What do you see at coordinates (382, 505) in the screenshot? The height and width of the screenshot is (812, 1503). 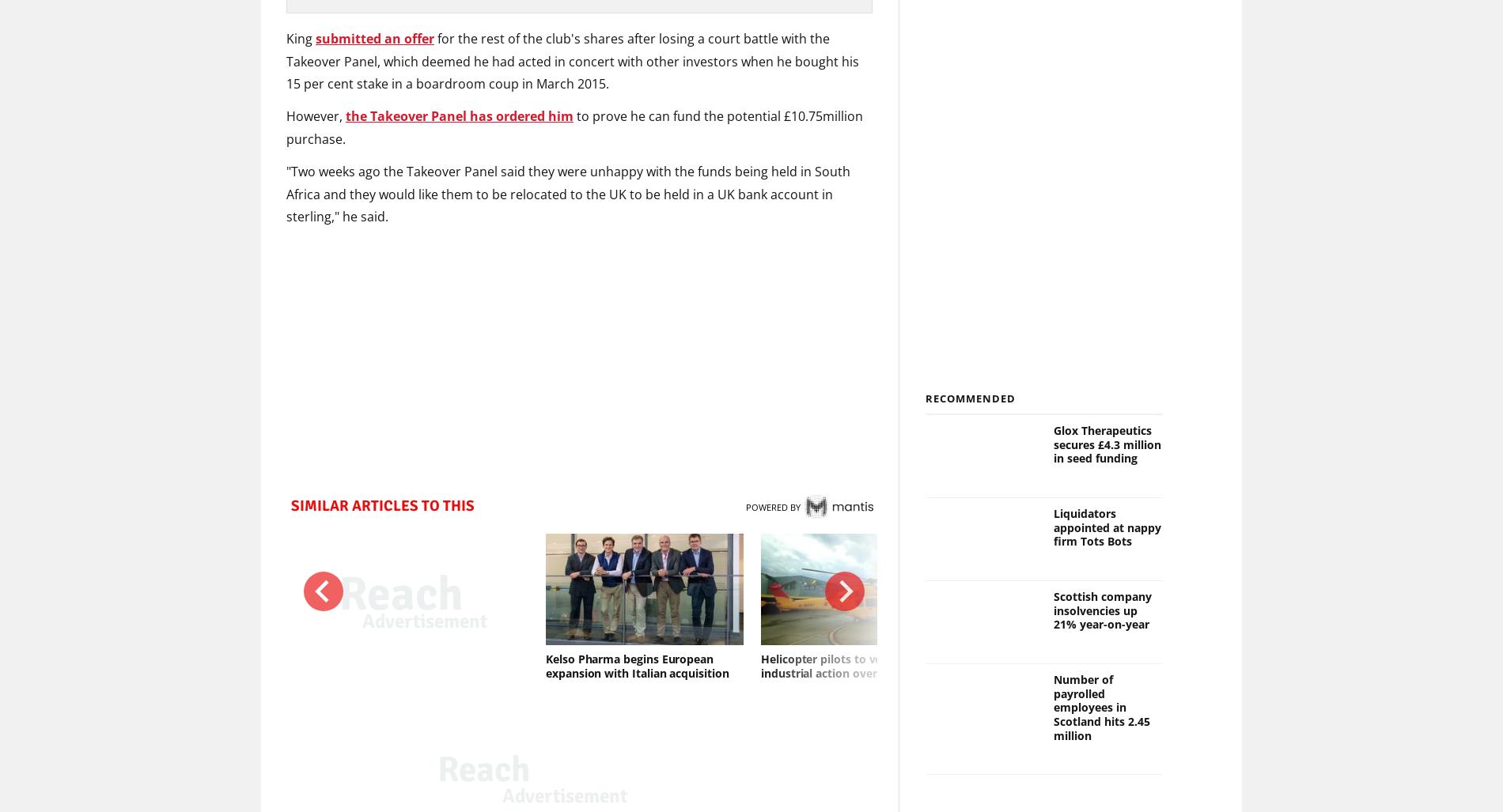 I see `'SIMILAR ARTICLES TO THIS'` at bounding box center [382, 505].